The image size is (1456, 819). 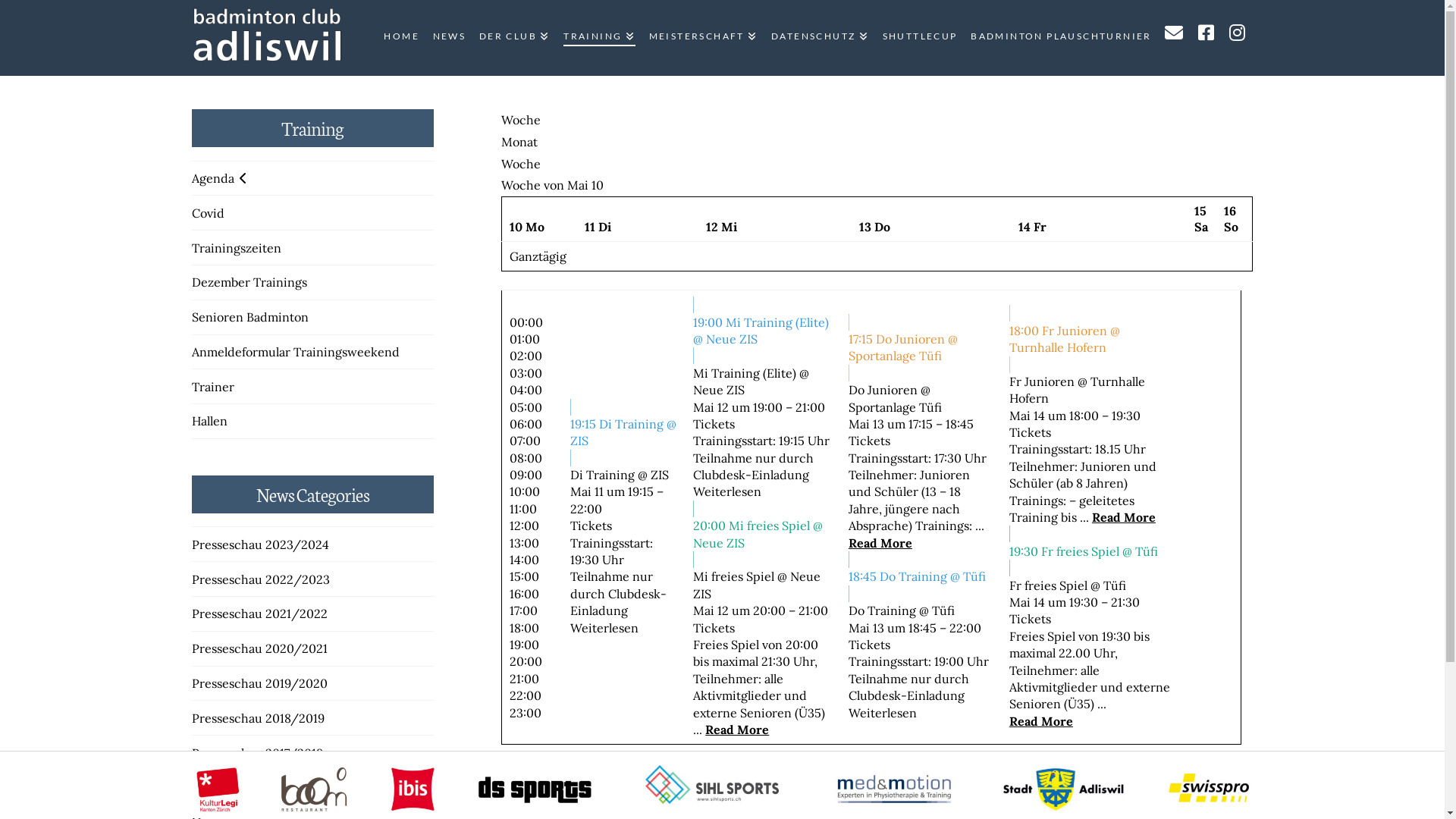 What do you see at coordinates (235, 247) in the screenshot?
I see `'Trainingszeiten'` at bounding box center [235, 247].